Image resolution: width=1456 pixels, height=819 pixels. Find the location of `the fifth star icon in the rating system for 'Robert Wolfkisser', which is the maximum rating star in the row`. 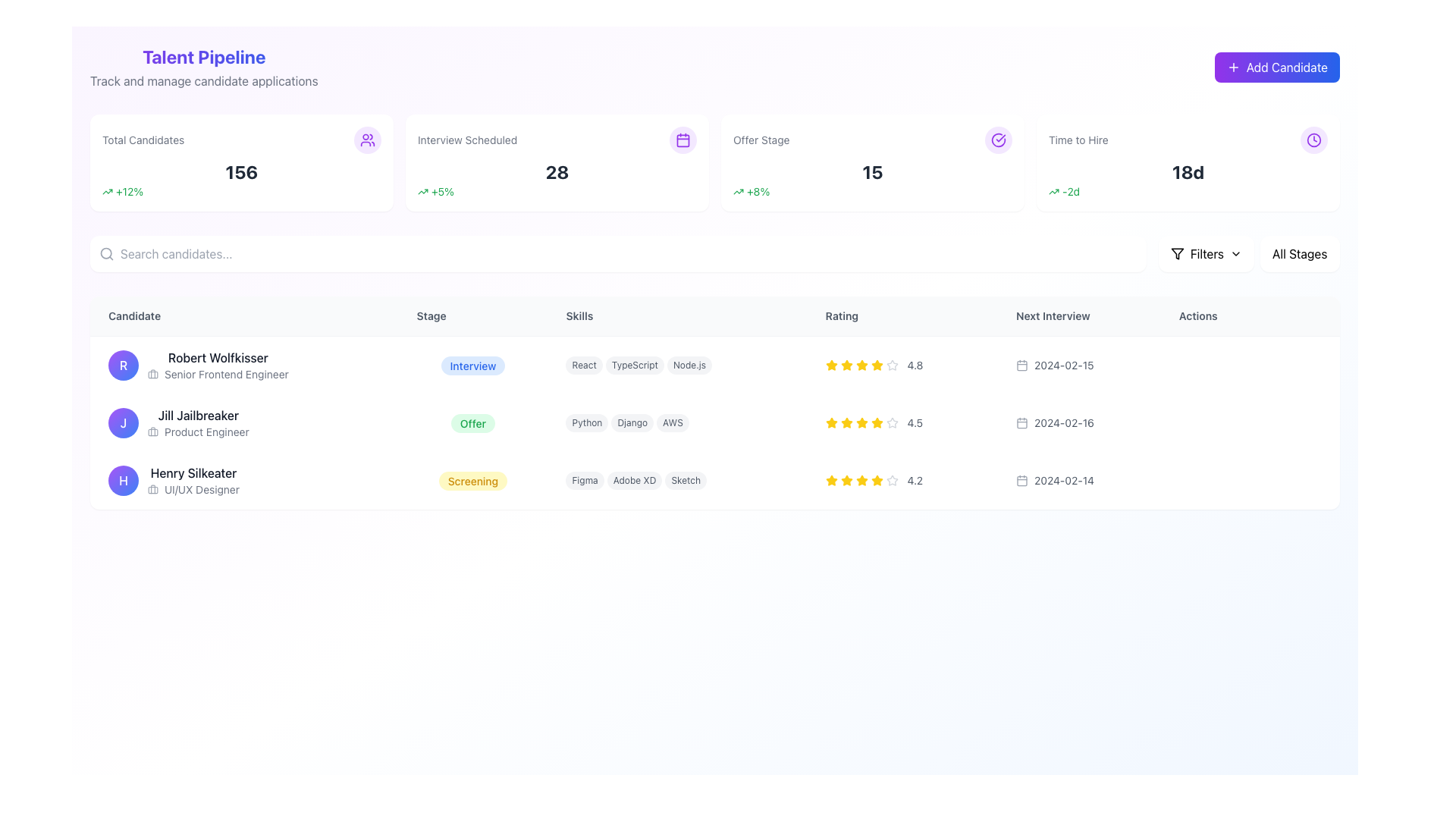

the fifth star icon in the rating system for 'Robert Wolfkisser', which is the maximum rating star in the row is located at coordinates (877, 366).